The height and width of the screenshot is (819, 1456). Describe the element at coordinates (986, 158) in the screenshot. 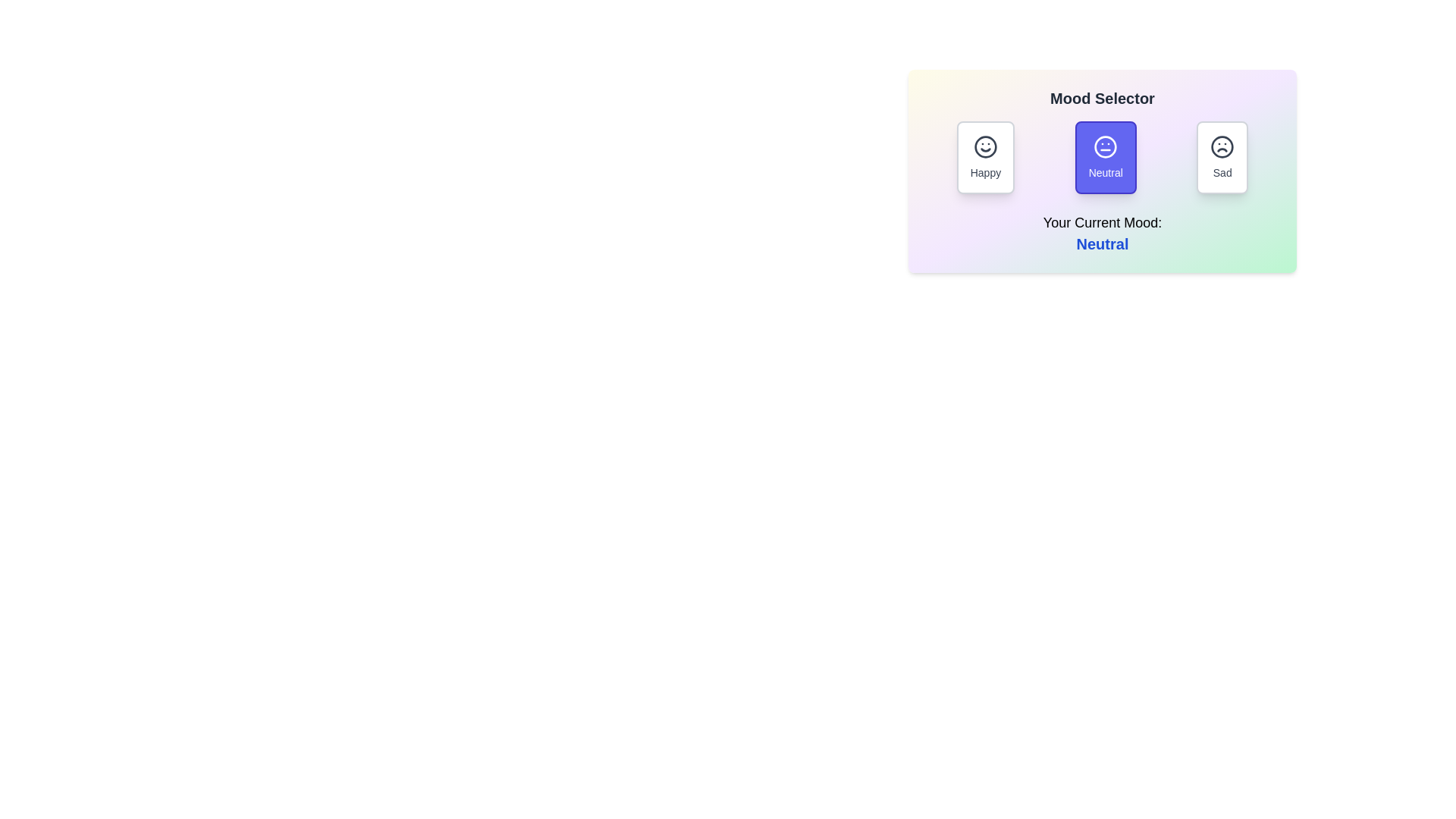

I see `the 'Happy' mood selection button located in the Mood Selector interface` at that location.